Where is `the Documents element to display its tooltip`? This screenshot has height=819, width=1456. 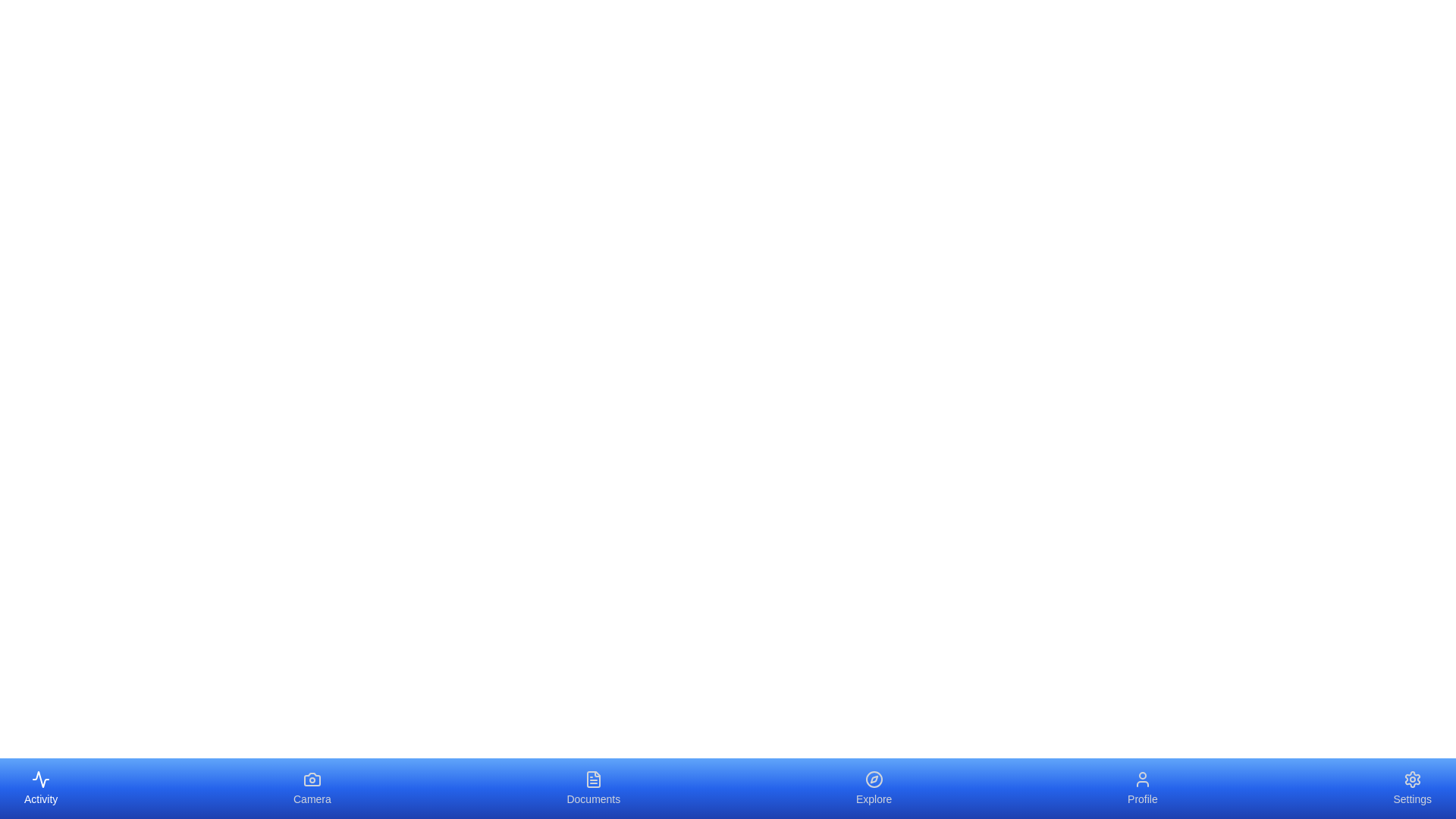
the Documents element to display its tooltip is located at coordinates (592, 788).